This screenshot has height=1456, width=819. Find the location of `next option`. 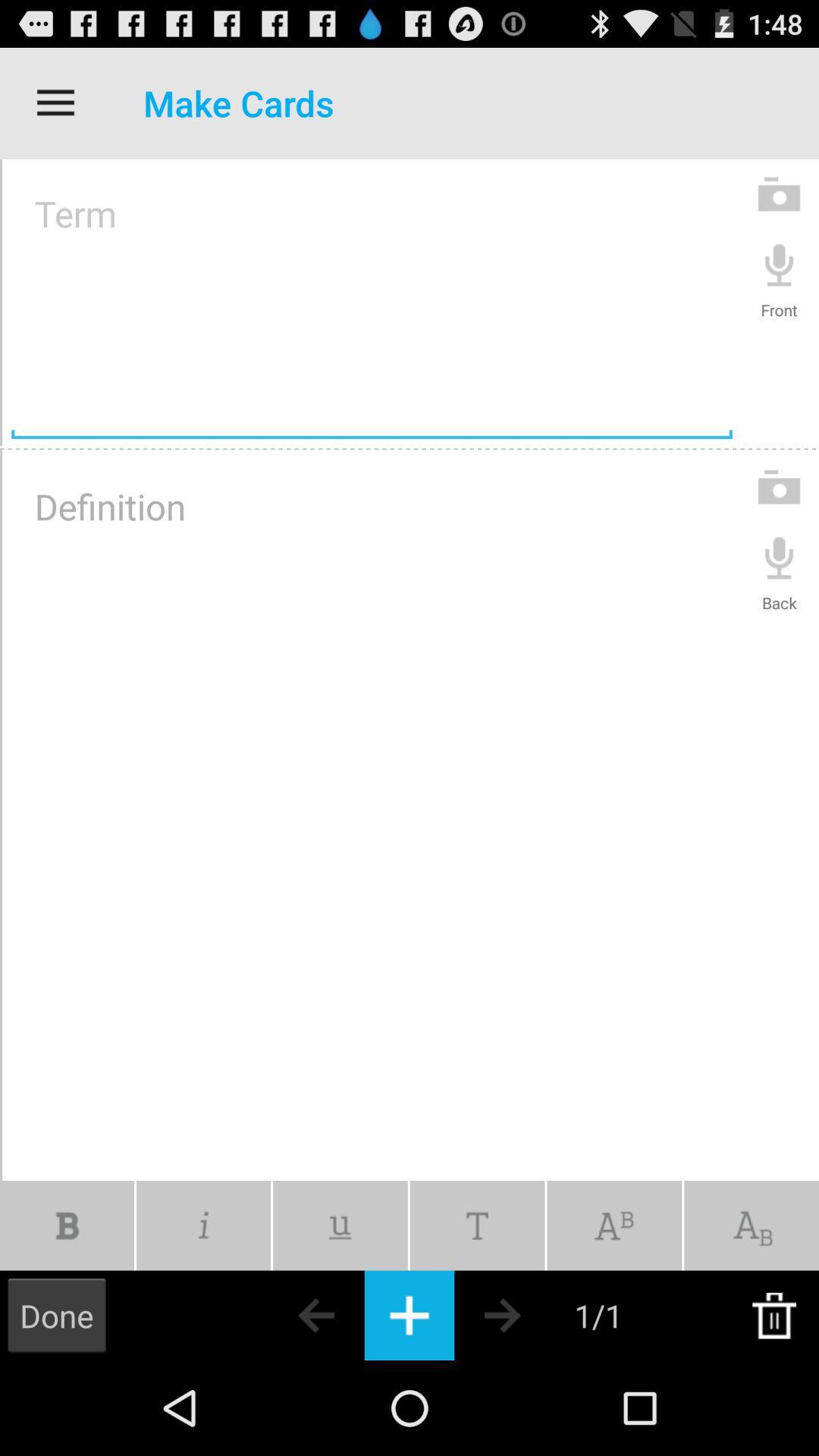

next option is located at coordinates (529, 1314).